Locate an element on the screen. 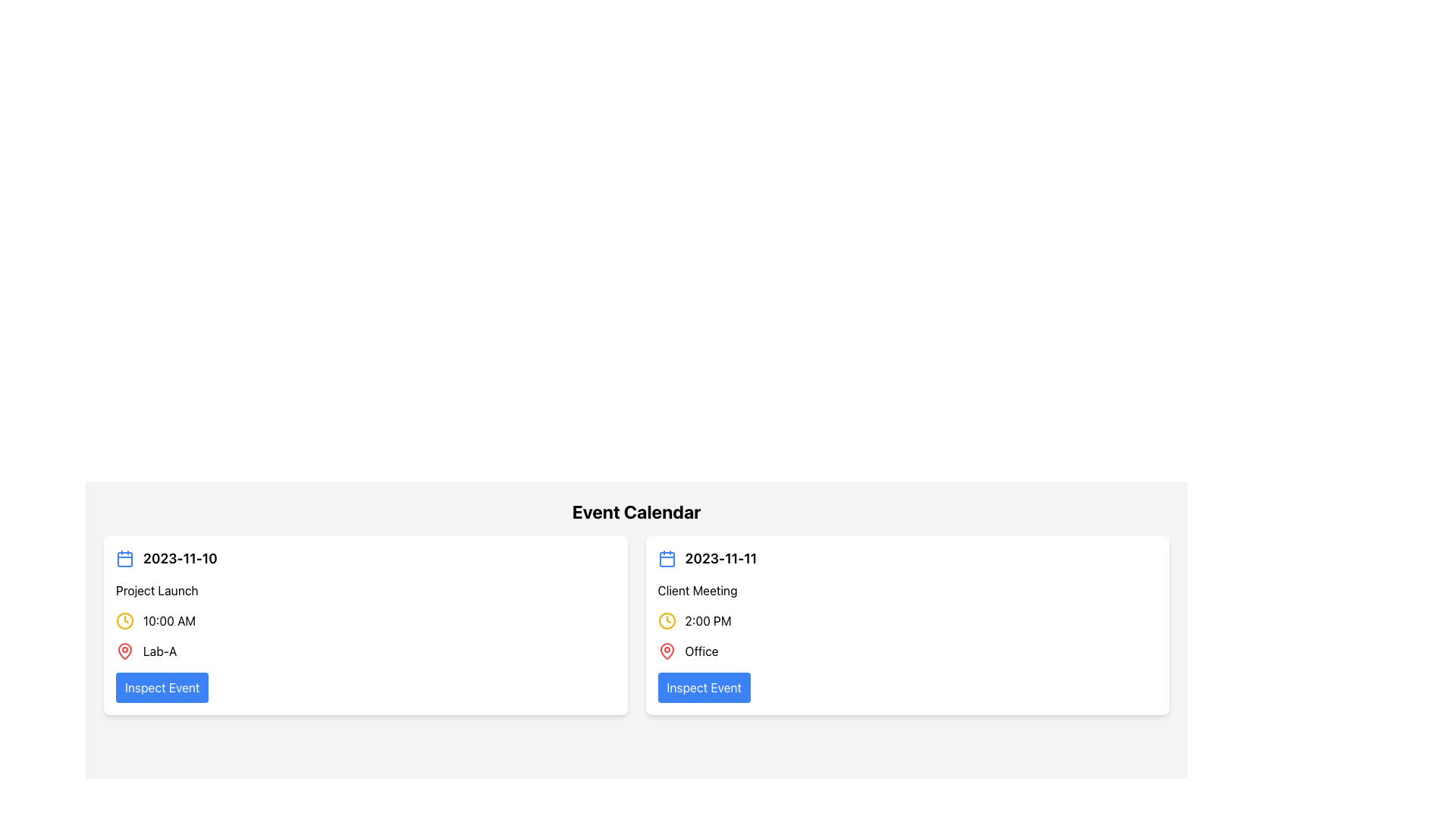 Image resolution: width=1456 pixels, height=819 pixels. the text label displaying 'Client Meeting' in bold black font, which is the second line in the event card for '2023-11-11' is located at coordinates (697, 590).